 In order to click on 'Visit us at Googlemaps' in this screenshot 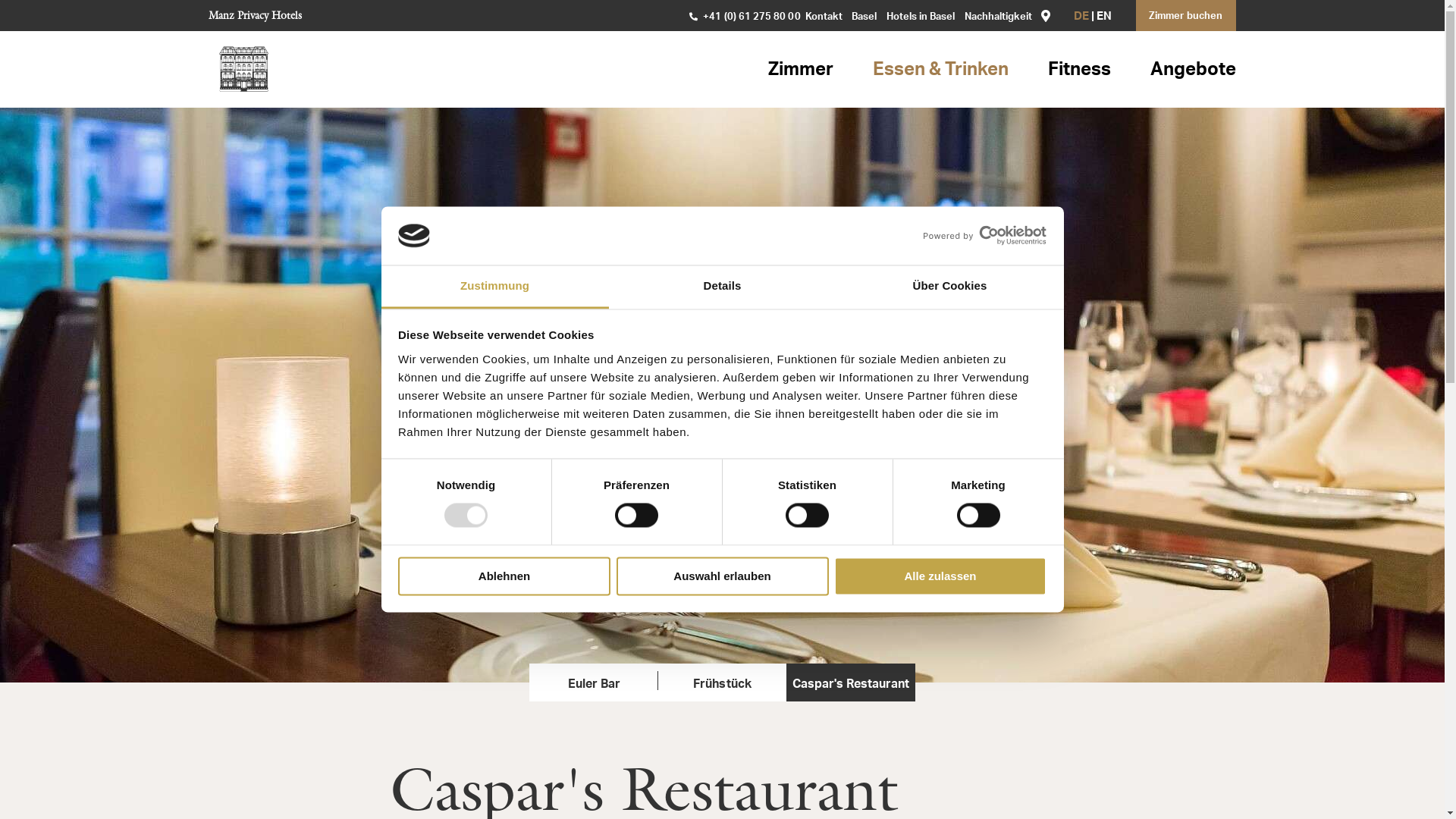, I will do `click(1044, 14)`.